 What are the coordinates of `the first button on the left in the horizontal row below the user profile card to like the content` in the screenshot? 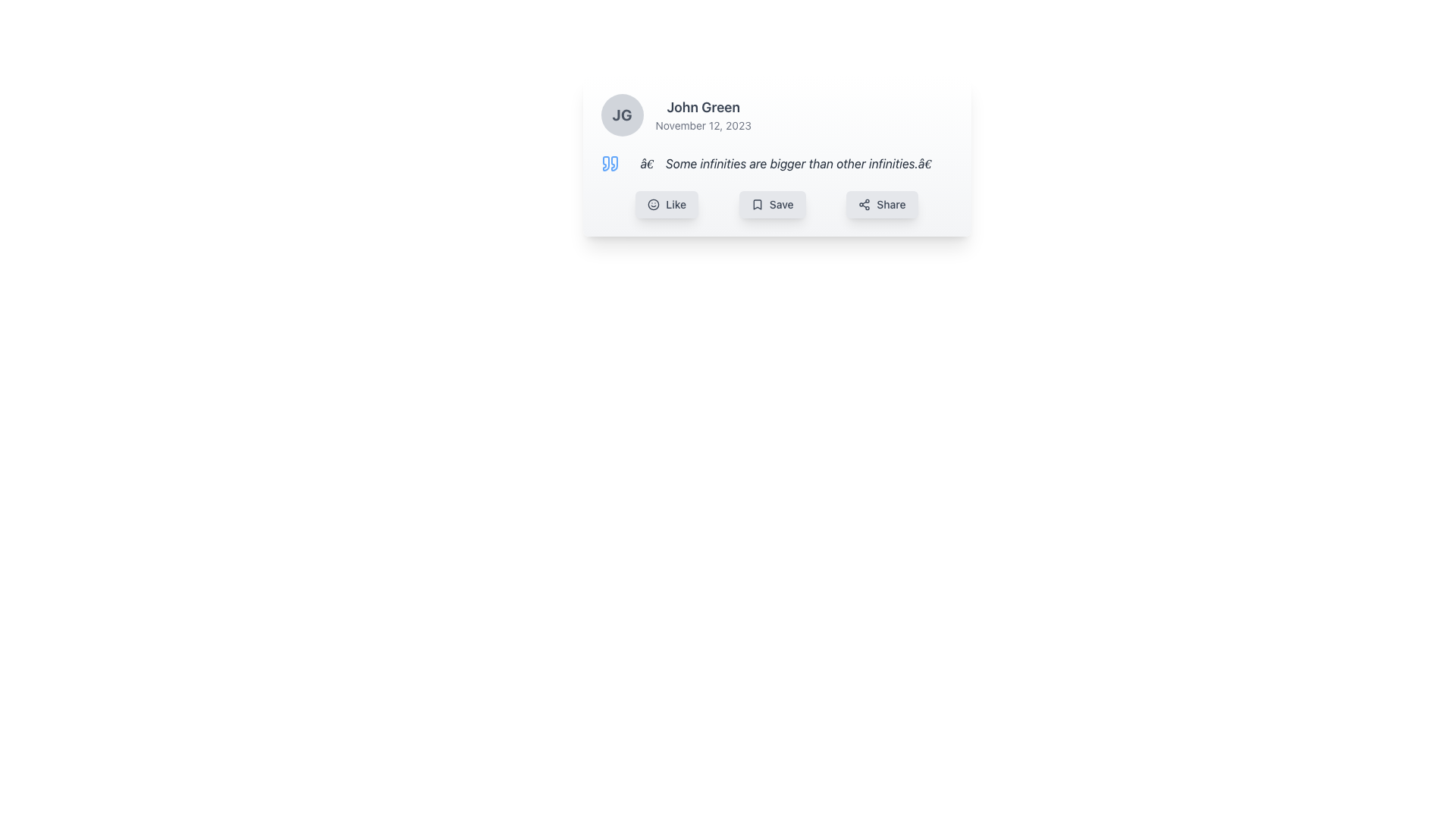 It's located at (667, 205).